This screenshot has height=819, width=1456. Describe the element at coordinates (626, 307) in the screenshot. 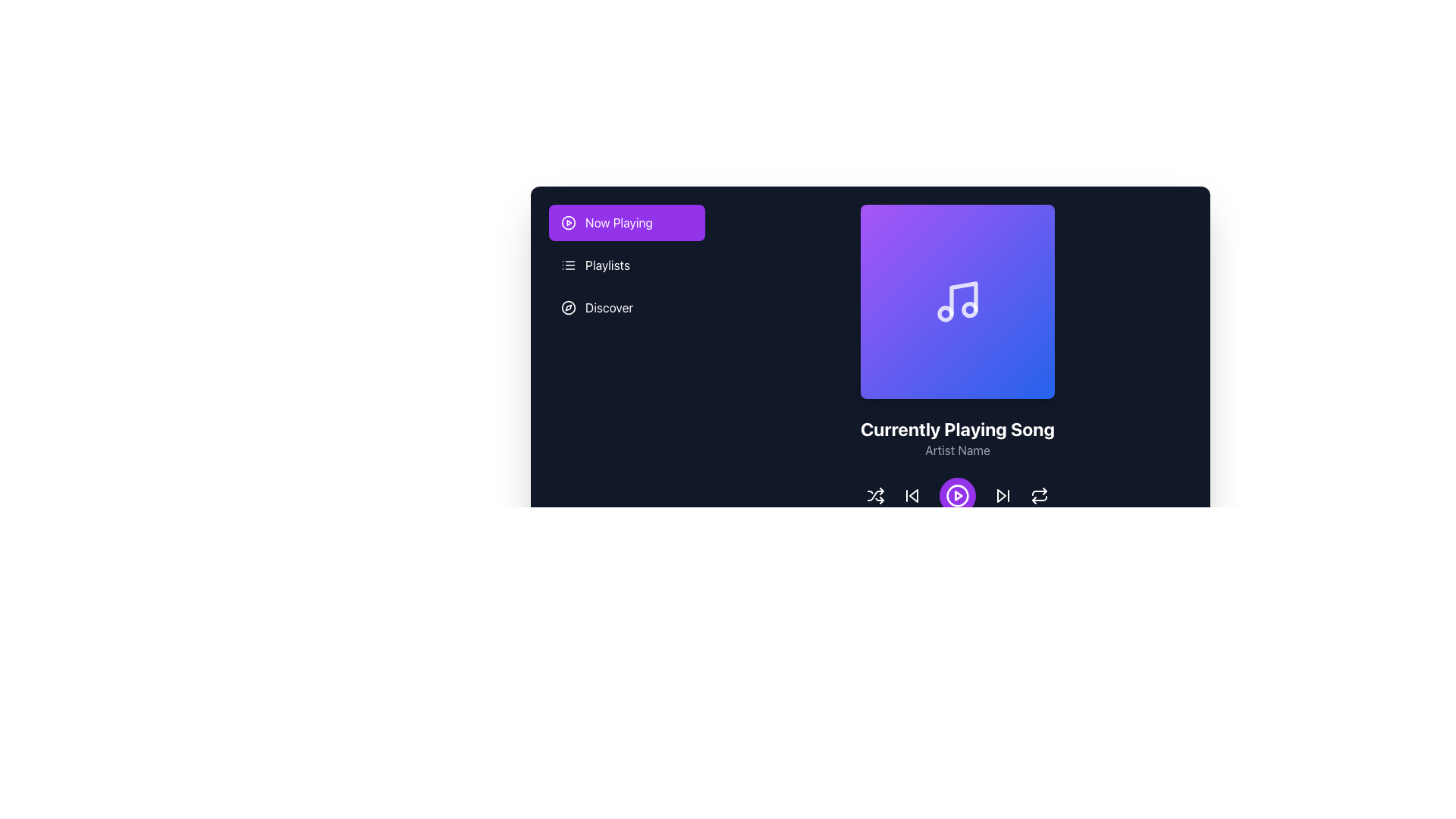

I see `the navigational button located at the bottom of the vertical menu` at that location.